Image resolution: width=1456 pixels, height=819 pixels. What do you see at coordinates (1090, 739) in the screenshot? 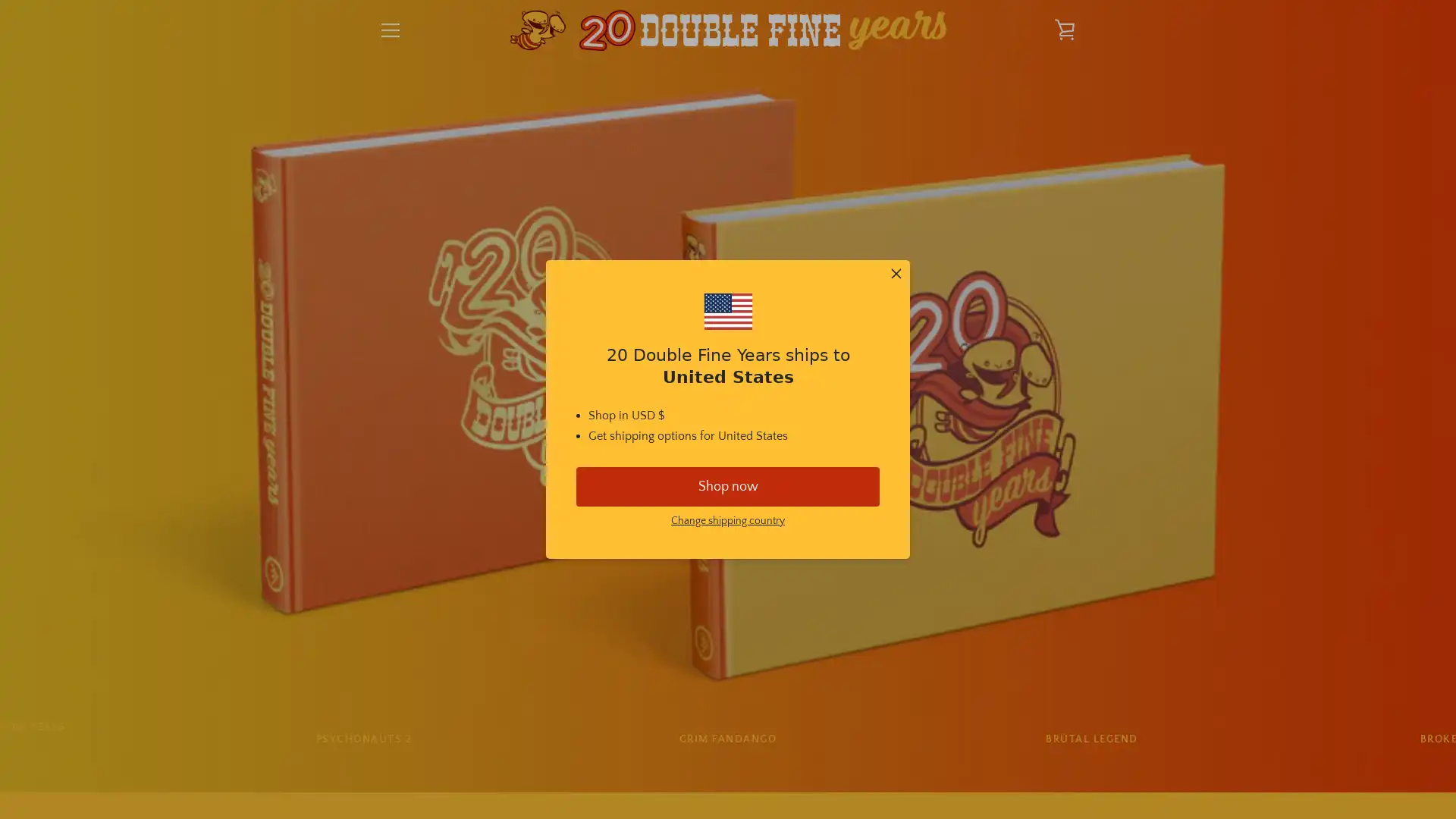
I see `SLIDE 4 BRUTAL LEGEND` at bounding box center [1090, 739].